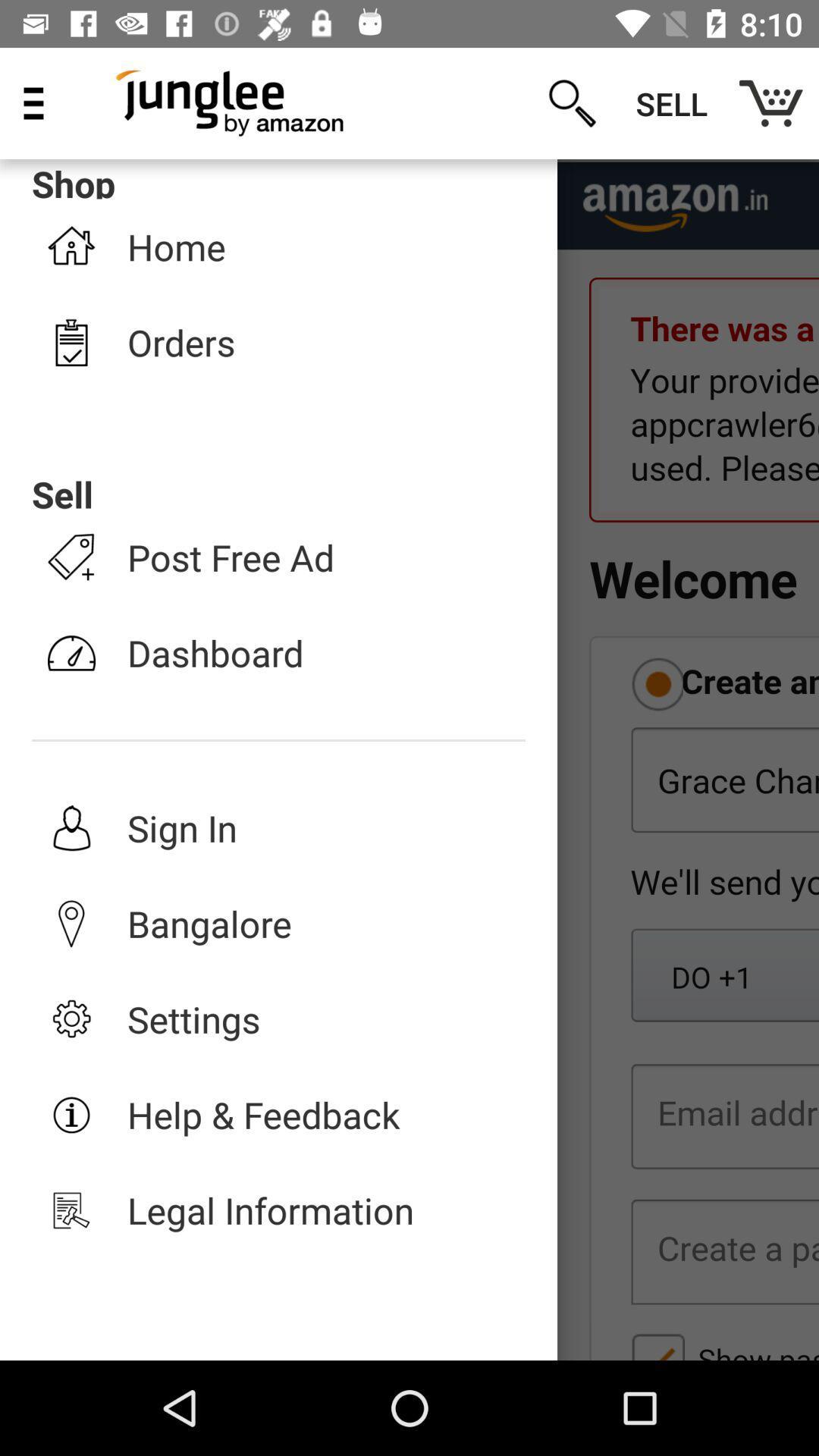 Image resolution: width=819 pixels, height=1456 pixels. I want to click on the item to the left of sell icon, so click(572, 102).